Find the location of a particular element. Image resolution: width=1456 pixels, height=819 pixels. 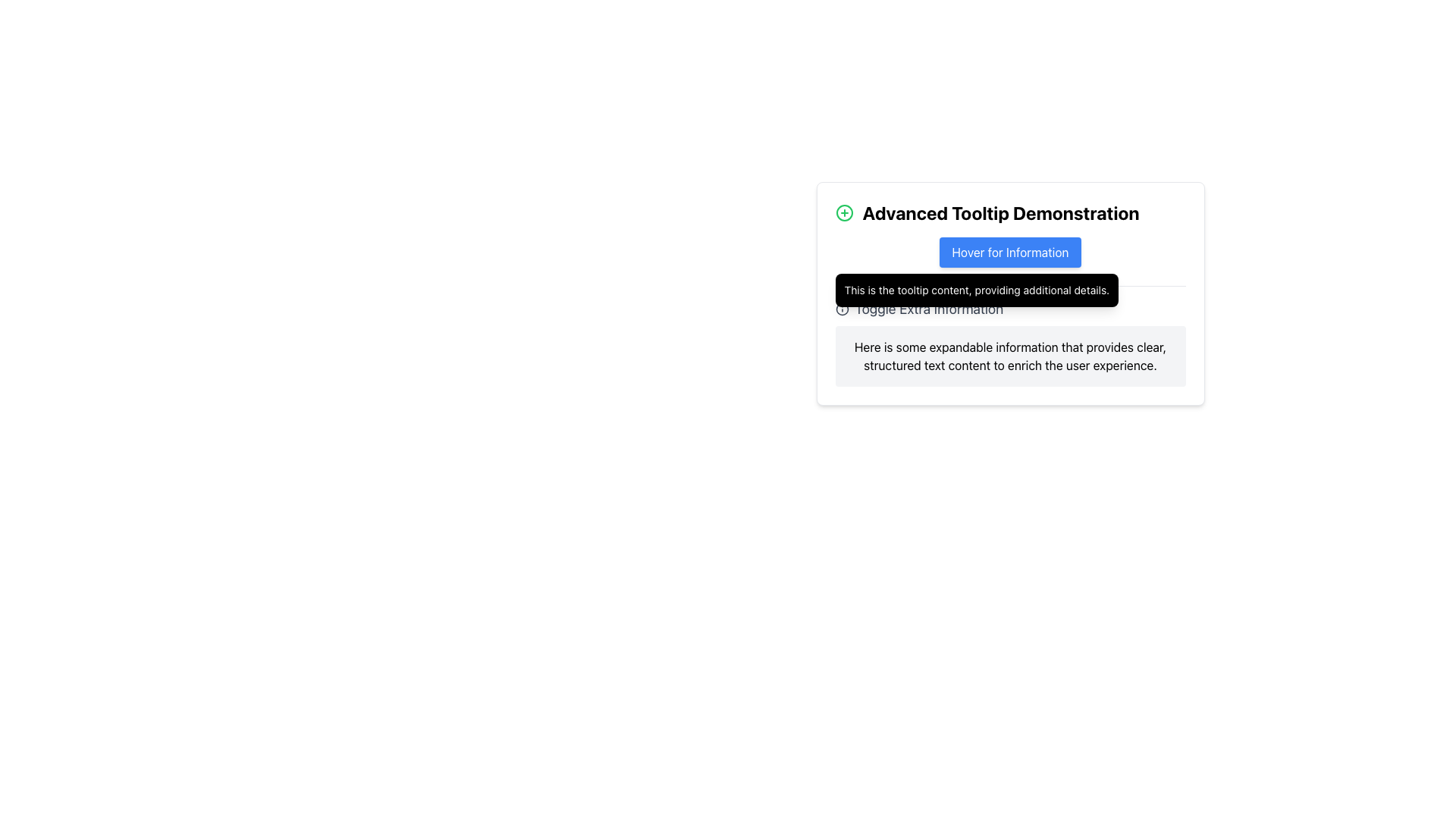

the black rectangular tooltip with rounded corners and white text, located below the blue button labeled 'Hover for Information' is located at coordinates (1010, 293).